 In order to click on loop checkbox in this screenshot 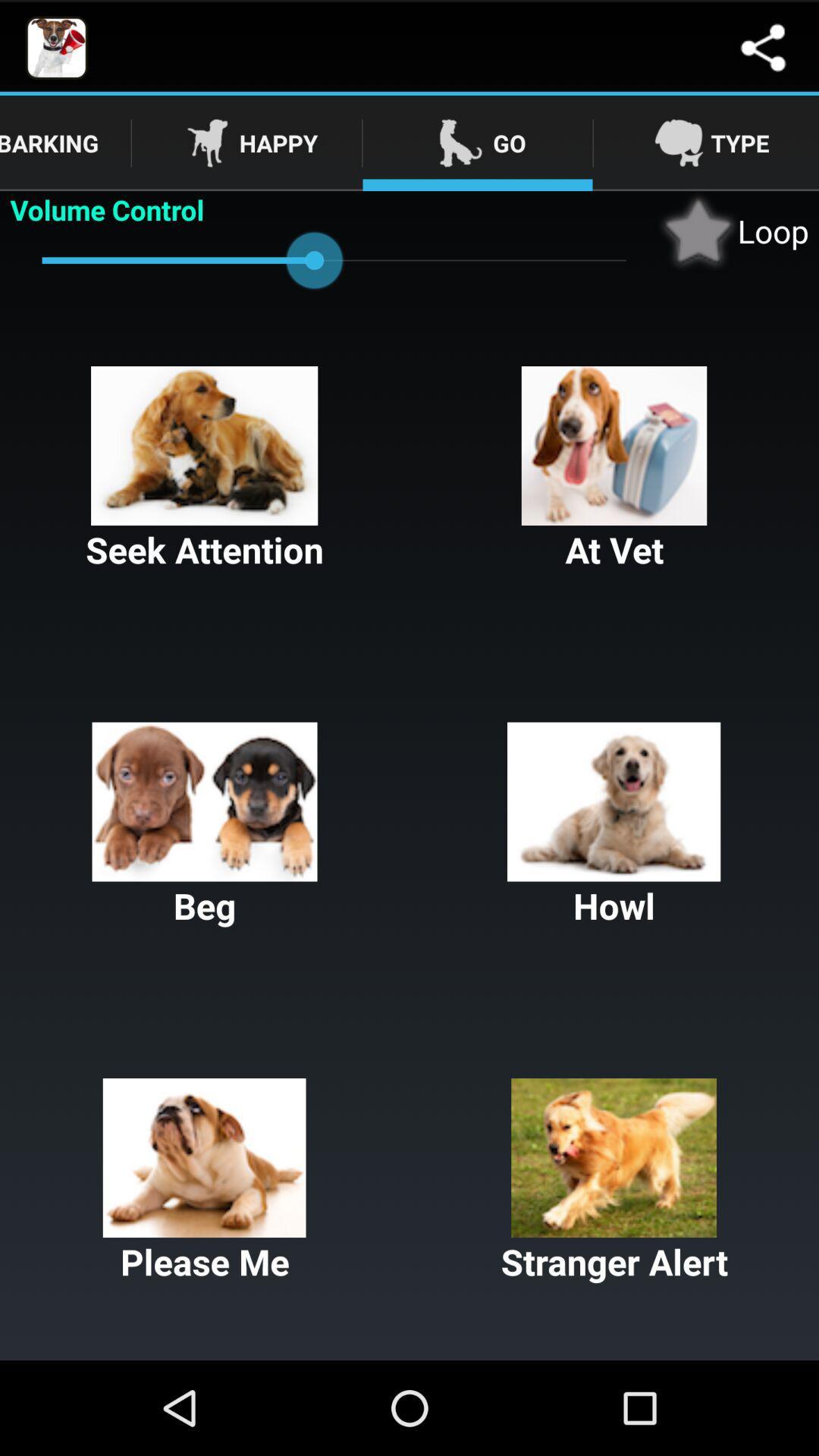, I will do `click(733, 230)`.